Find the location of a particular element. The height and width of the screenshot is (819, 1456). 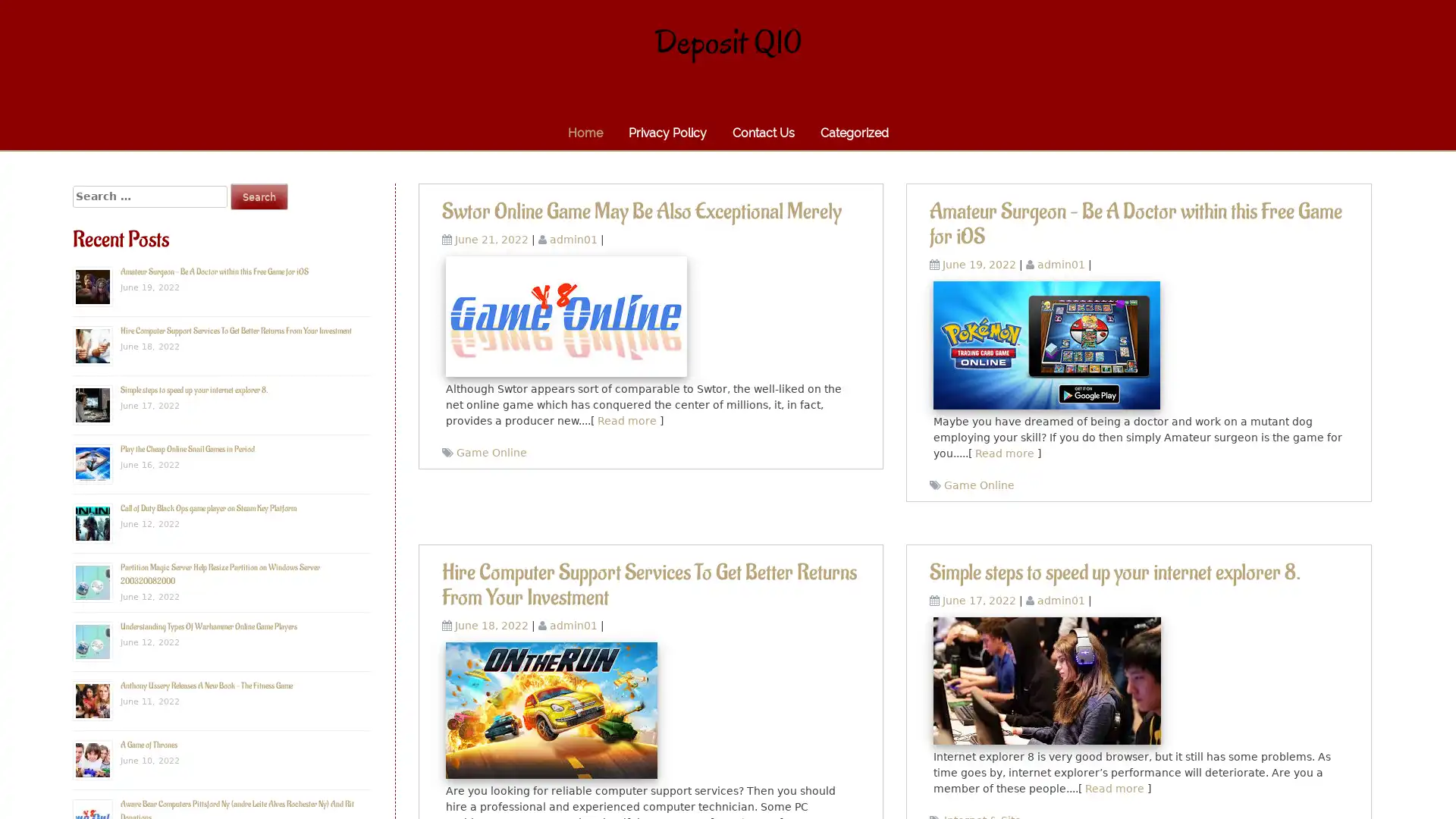

Search is located at coordinates (259, 196).